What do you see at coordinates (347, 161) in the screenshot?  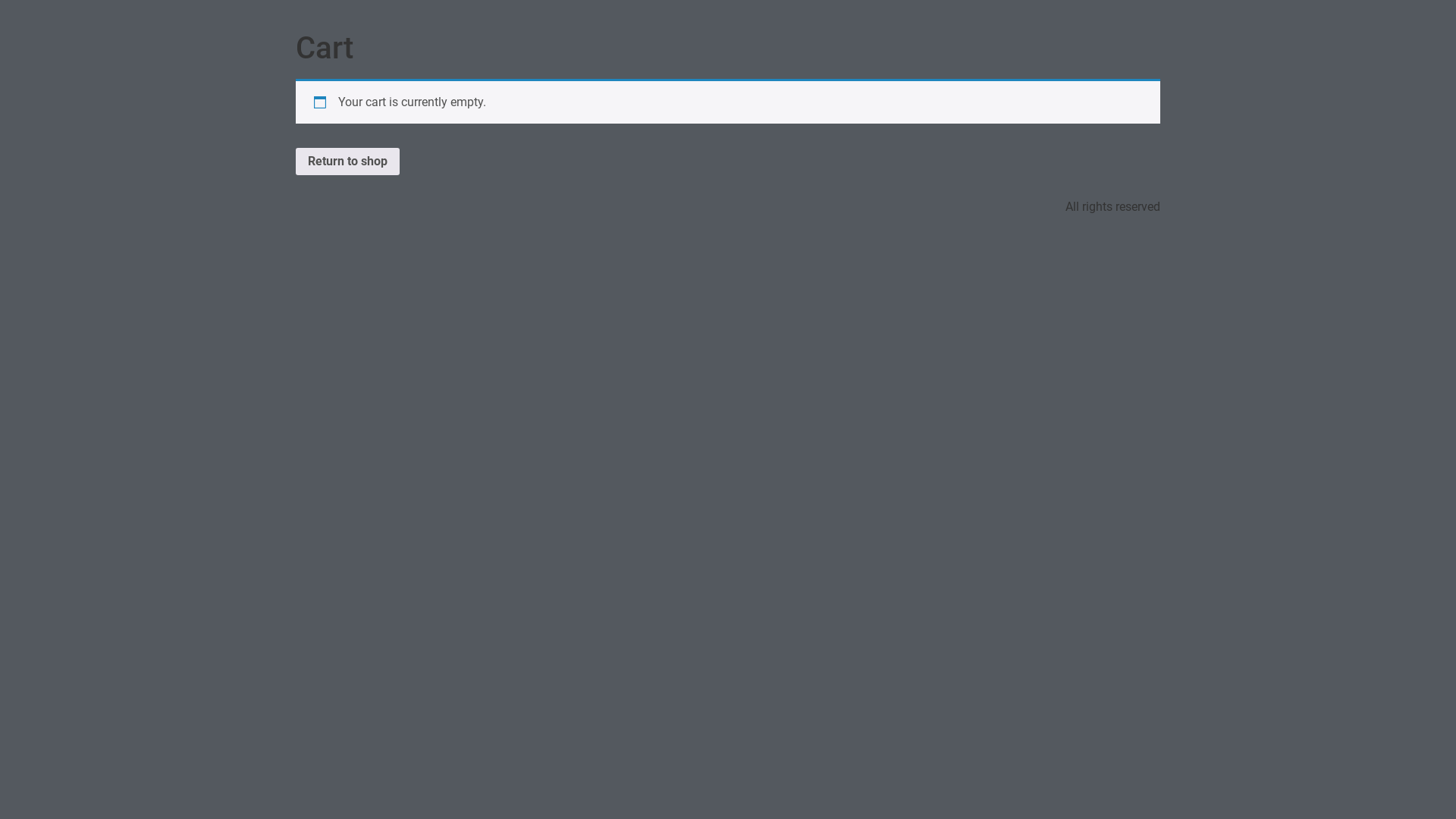 I see `'Return to shop'` at bounding box center [347, 161].